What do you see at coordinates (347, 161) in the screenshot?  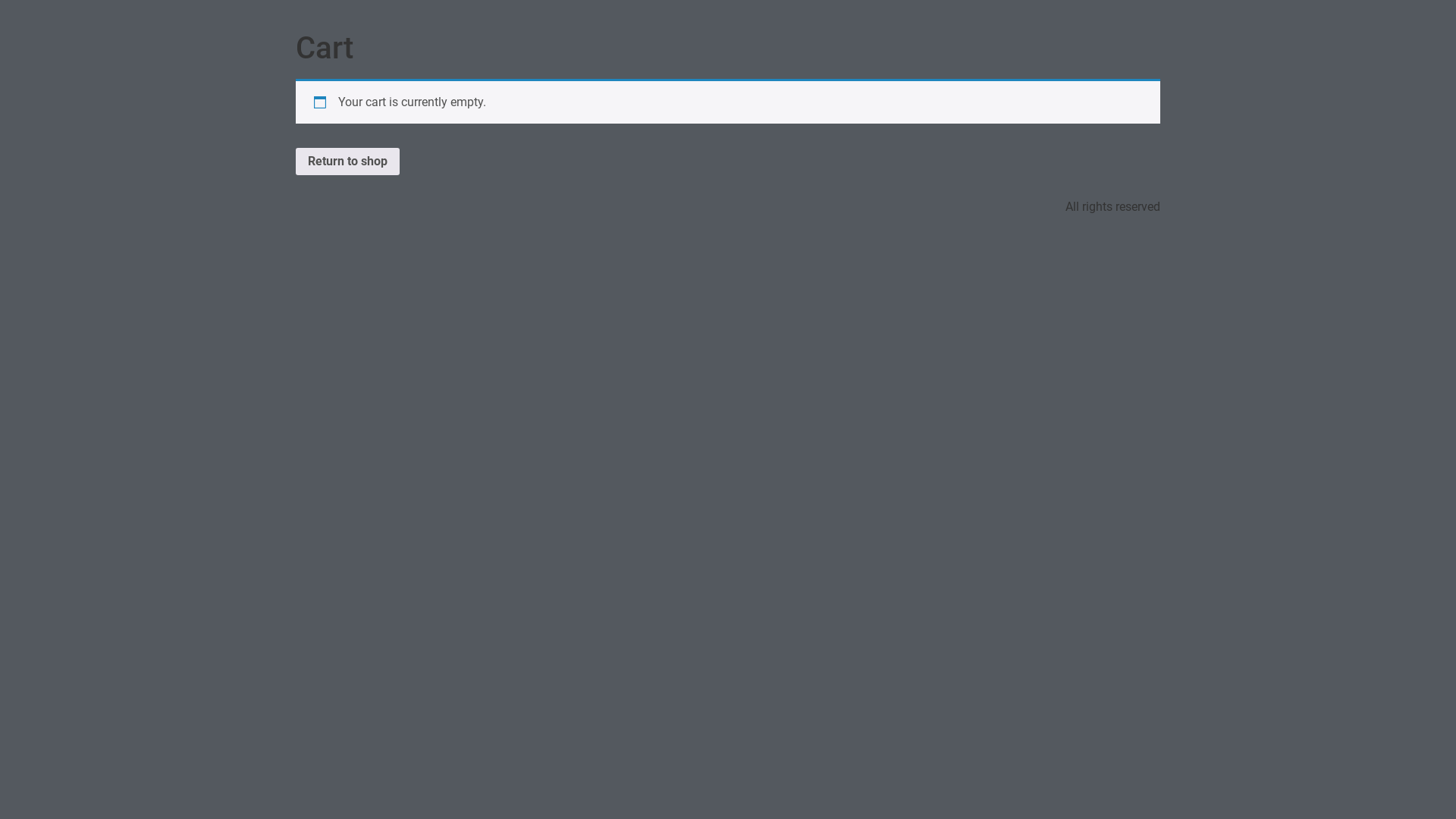 I see `'Return to shop'` at bounding box center [347, 161].